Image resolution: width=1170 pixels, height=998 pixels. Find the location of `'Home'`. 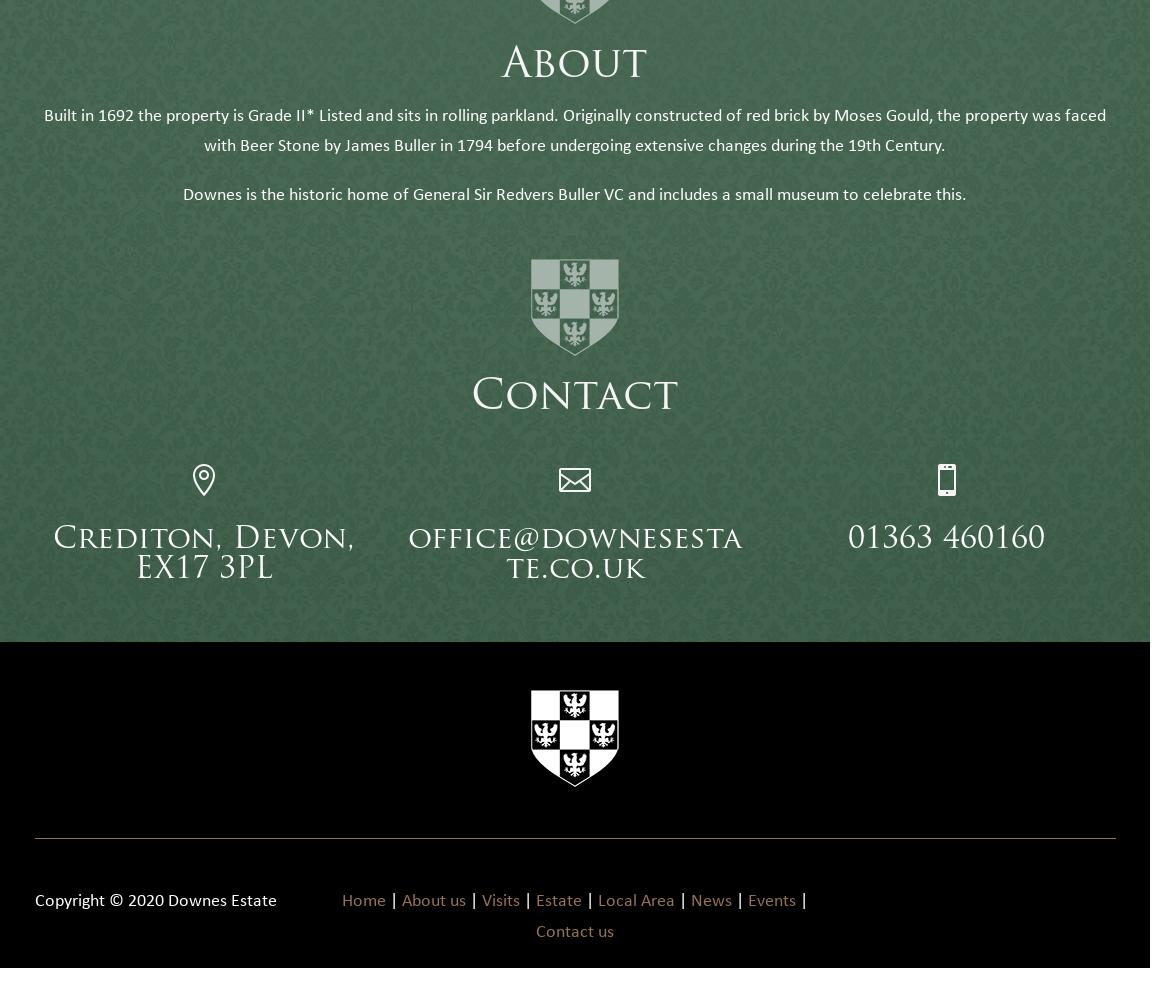

'Home' is located at coordinates (340, 930).